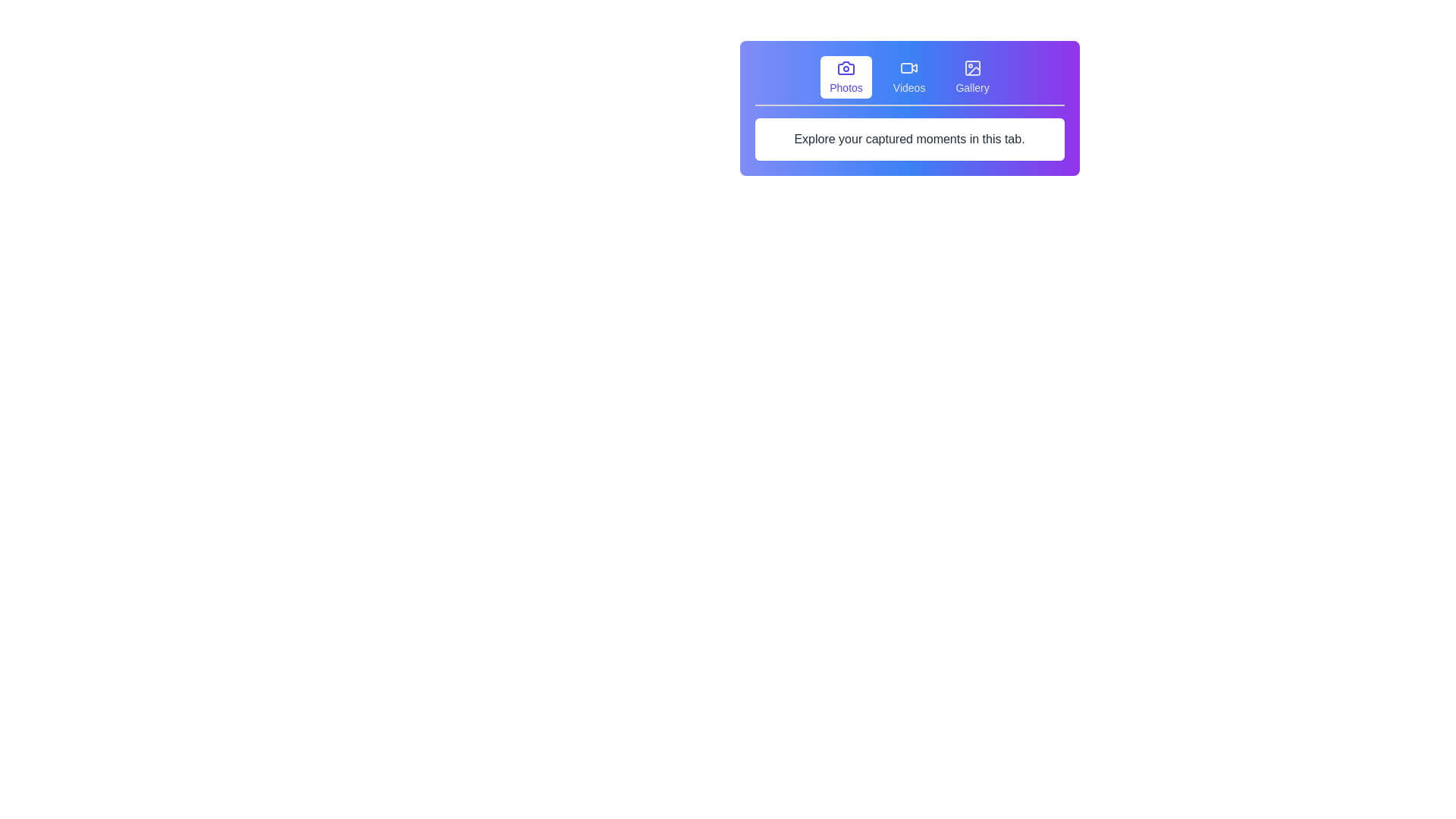  I want to click on the 'Gallery' button in the navigation bar, so click(972, 77).